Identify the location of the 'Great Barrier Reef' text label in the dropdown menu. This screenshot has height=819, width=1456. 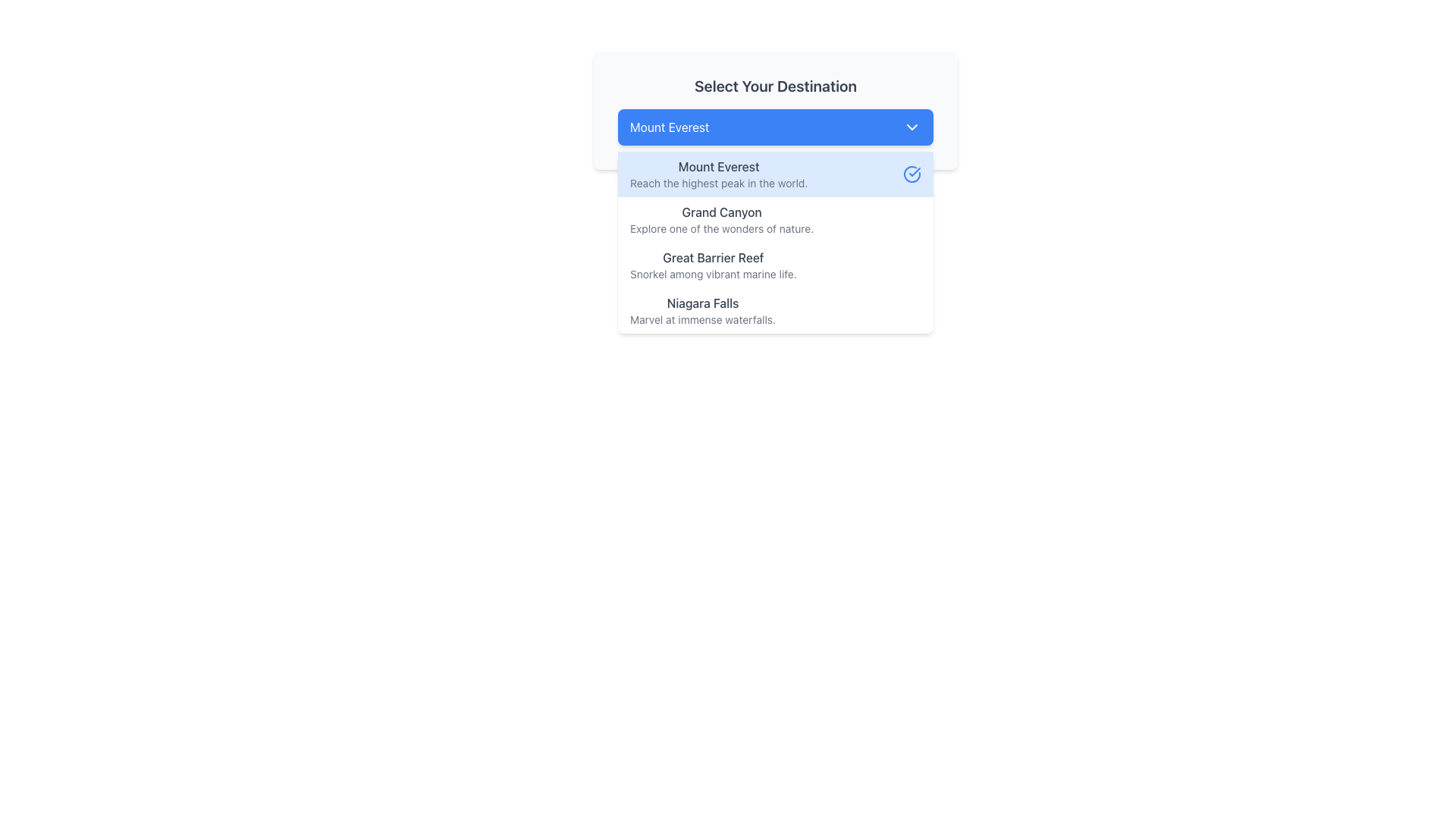
(712, 256).